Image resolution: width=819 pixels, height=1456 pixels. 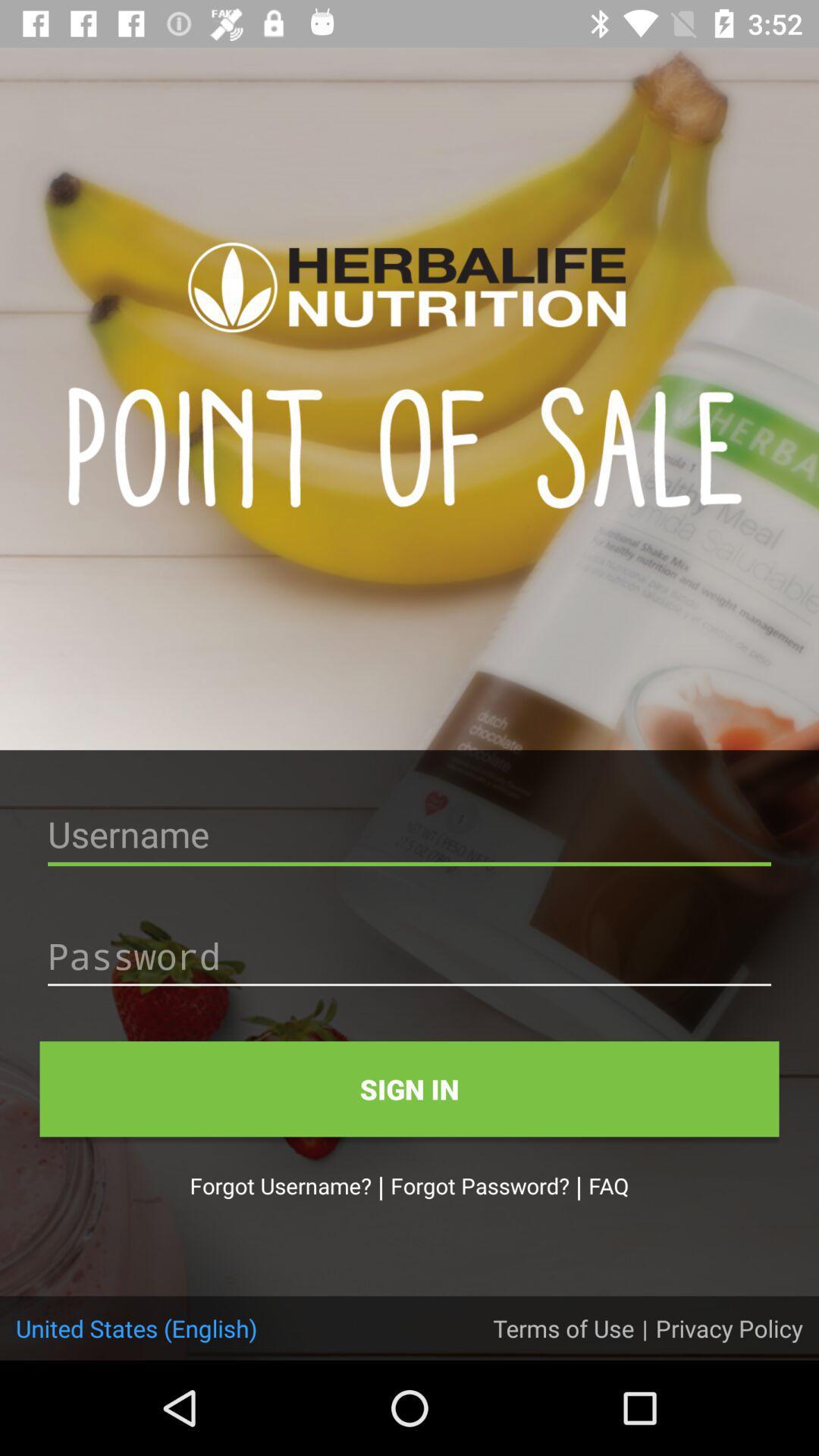 I want to click on terms of use item, so click(x=563, y=1327).